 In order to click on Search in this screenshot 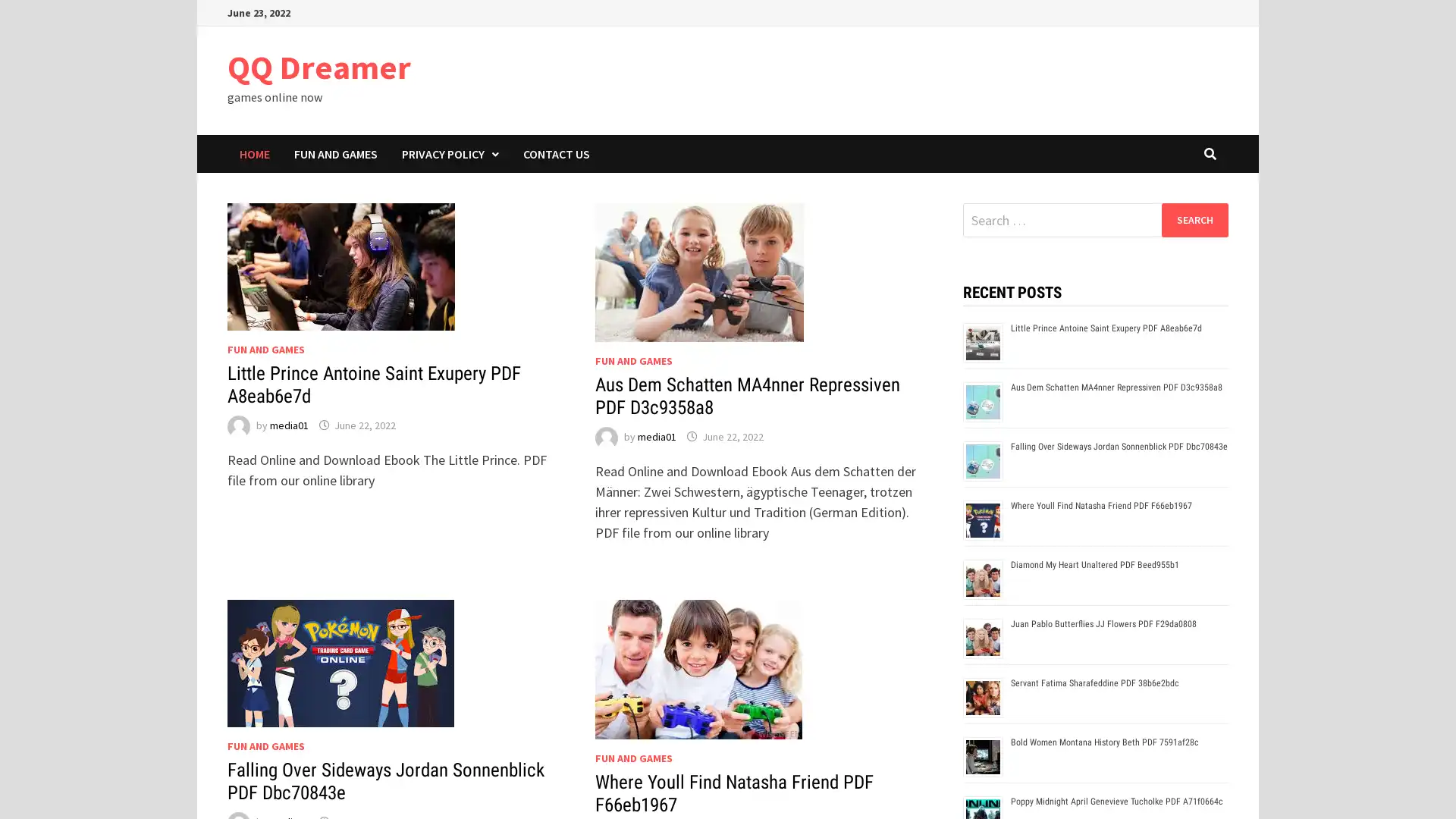, I will do `click(1194, 219)`.